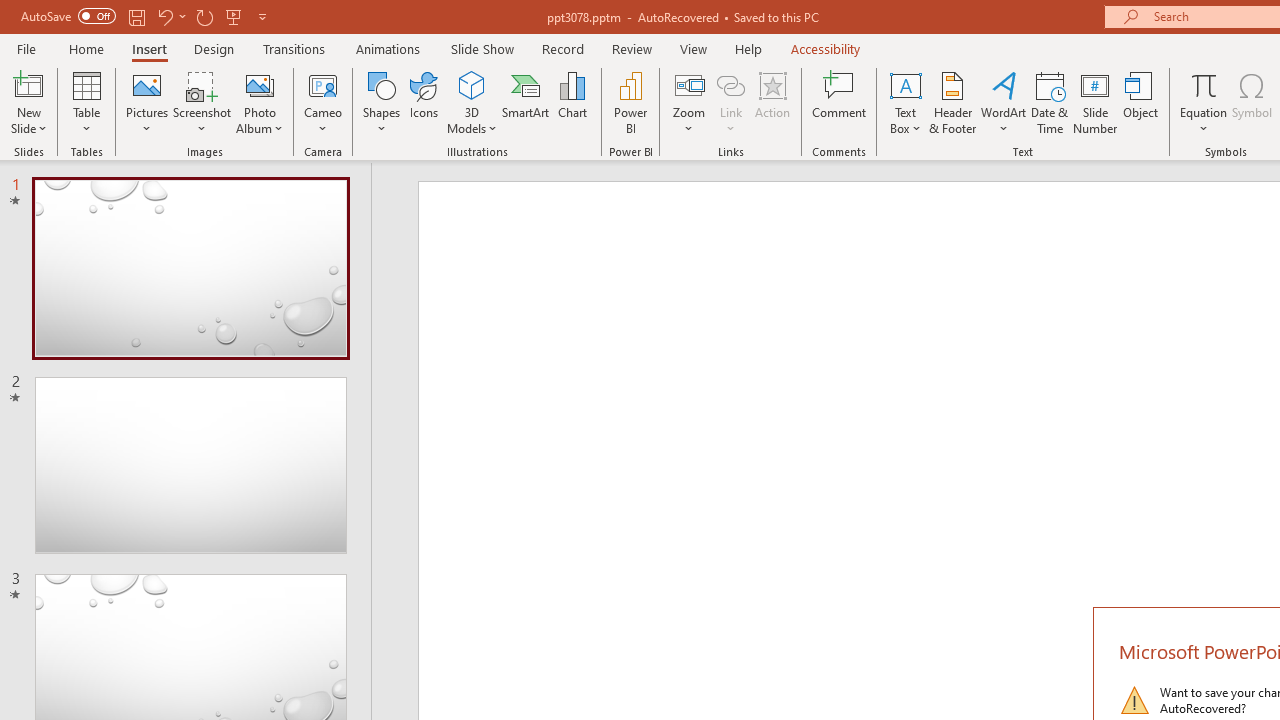  I want to click on 'Photo Album...', so click(258, 103).